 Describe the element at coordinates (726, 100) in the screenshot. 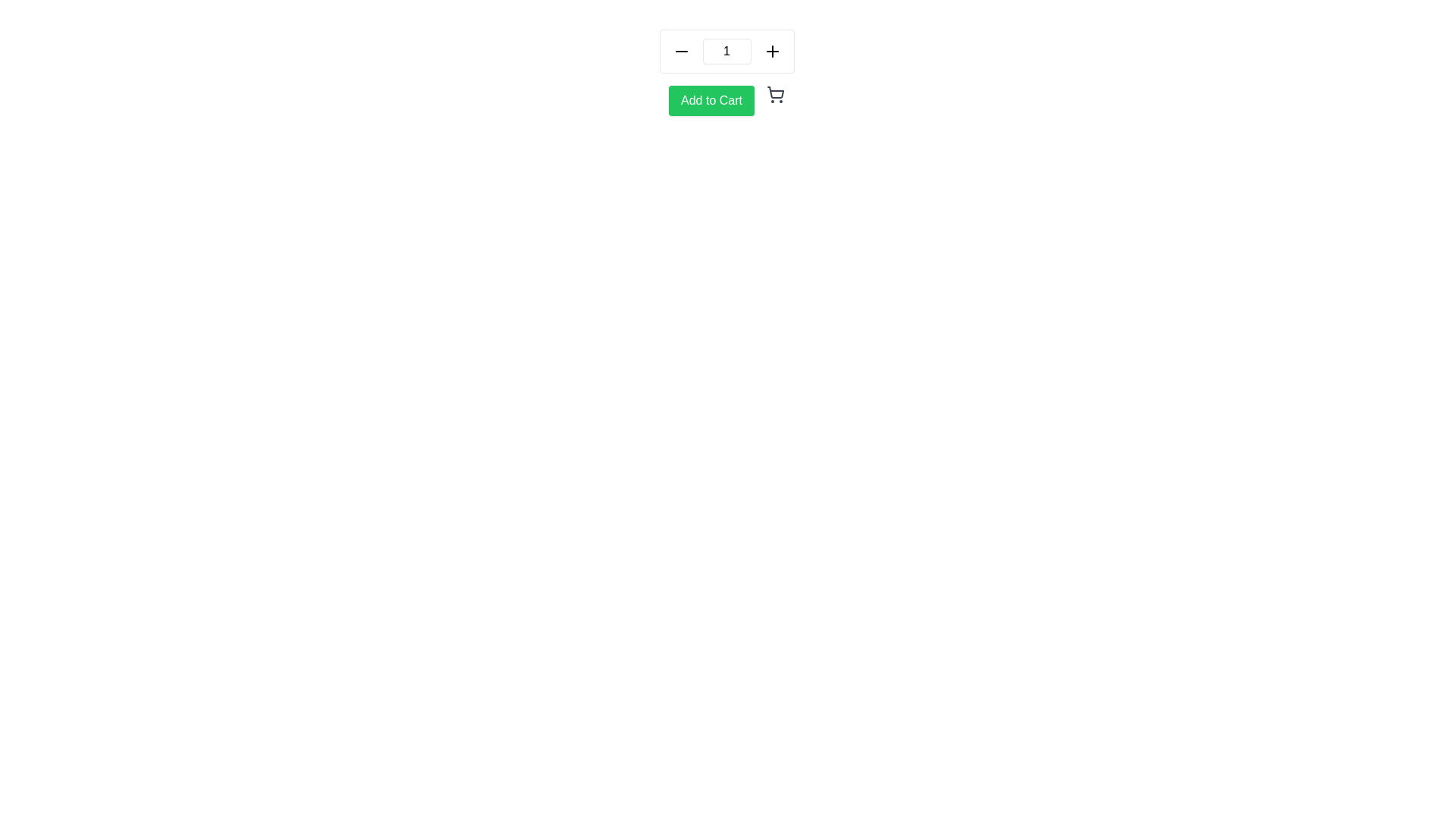

I see `the green 'Add to Cart' button with rounded corners and white text, located below the quantity selector` at that location.